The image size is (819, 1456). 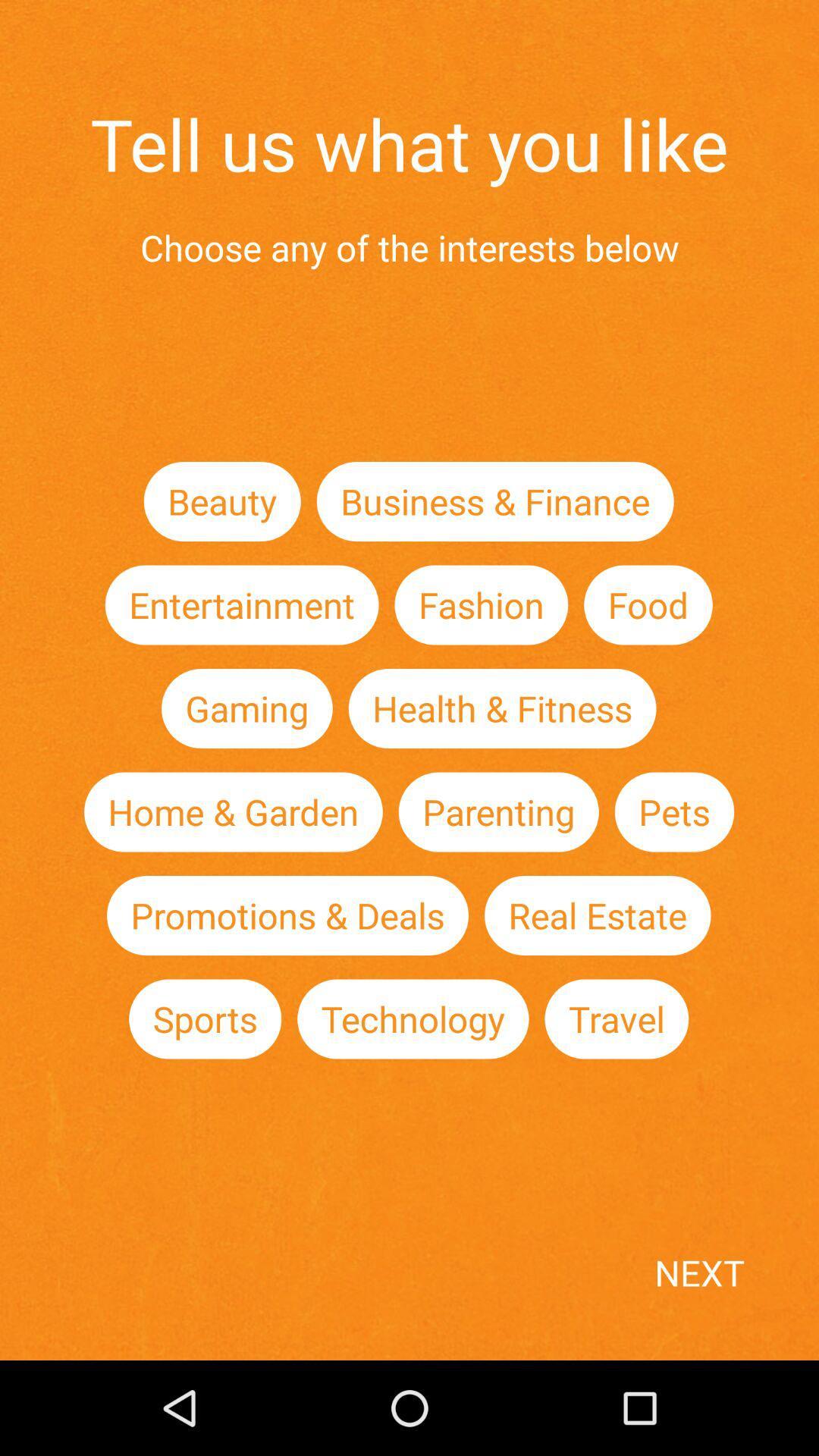 I want to click on the travel icon, so click(x=617, y=1019).